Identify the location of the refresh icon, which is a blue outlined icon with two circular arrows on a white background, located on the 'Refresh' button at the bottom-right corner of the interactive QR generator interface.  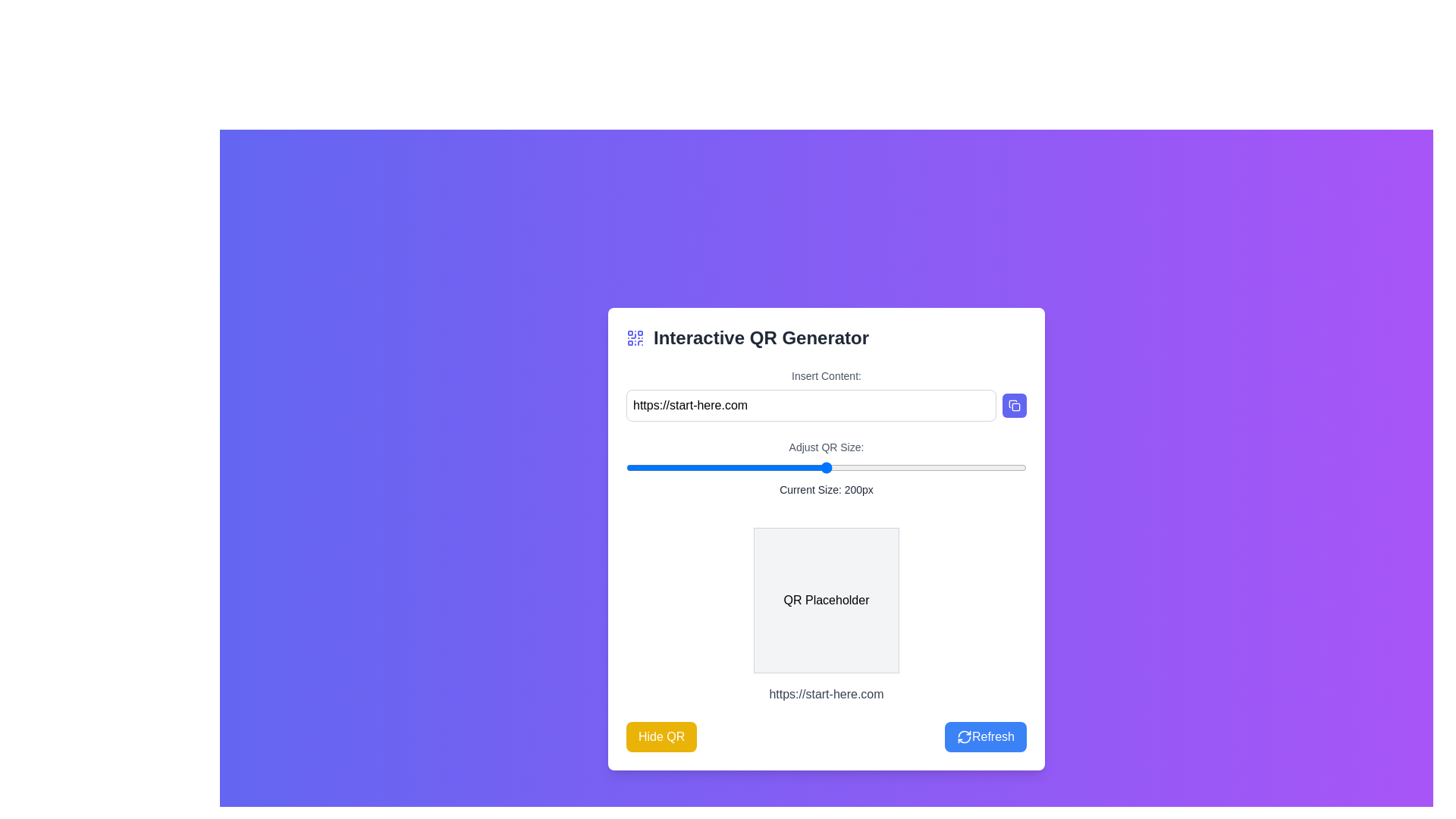
(964, 736).